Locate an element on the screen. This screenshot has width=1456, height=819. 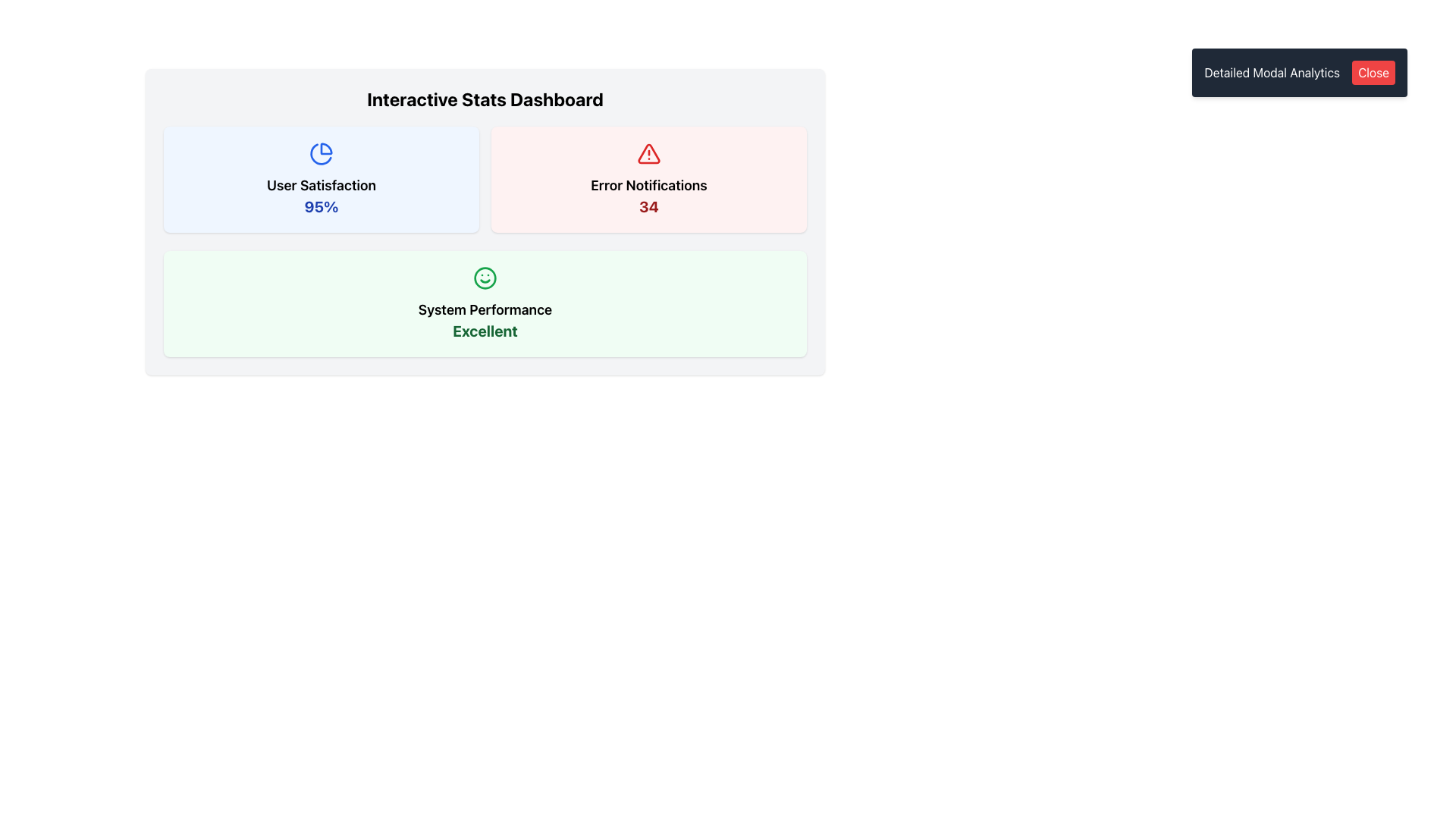
the bold, red number '34' displayed in the notification card is located at coordinates (648, 207).